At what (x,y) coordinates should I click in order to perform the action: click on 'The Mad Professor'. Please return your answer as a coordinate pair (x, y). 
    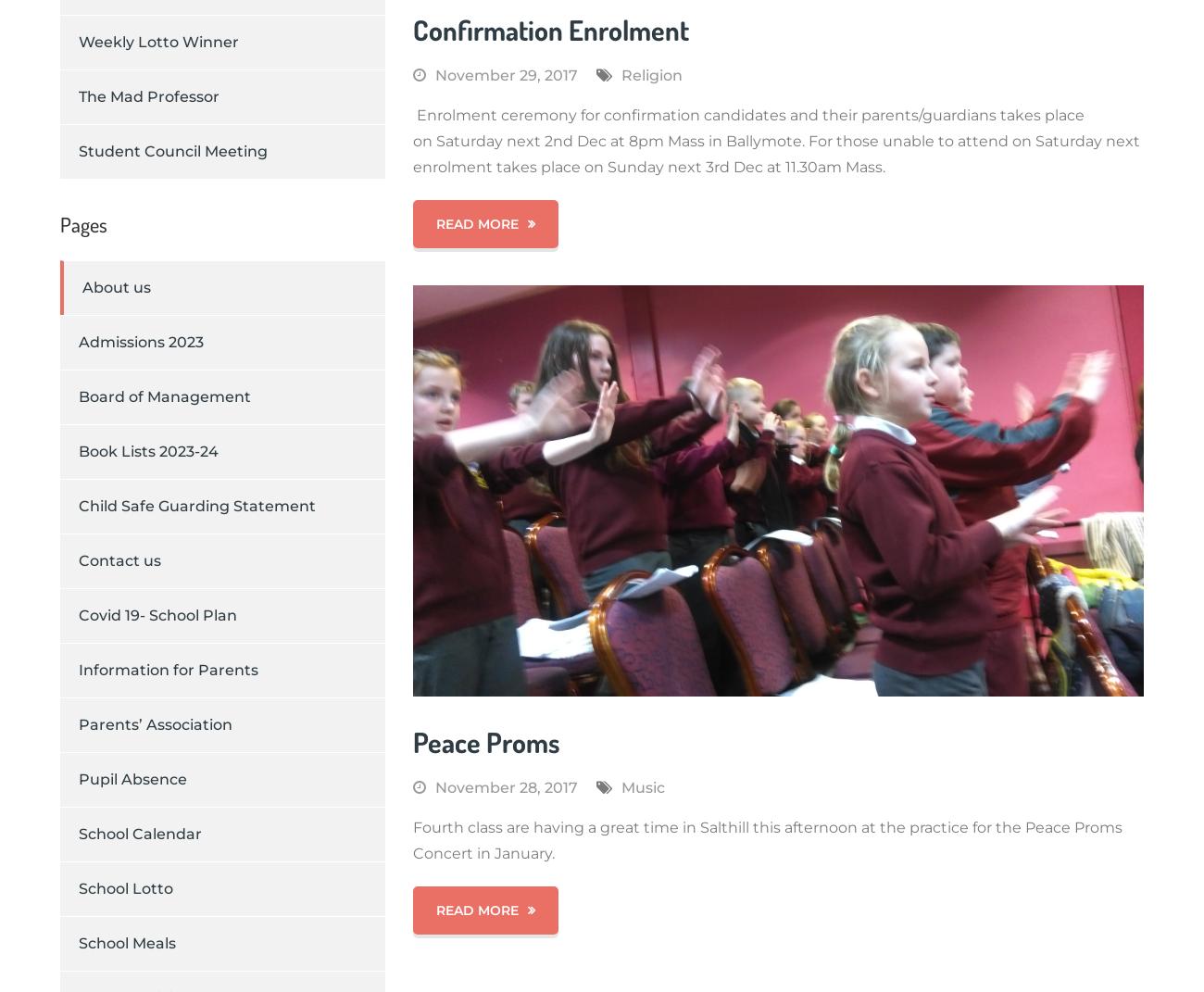
    Looking at the image, I should click on (147, 95).